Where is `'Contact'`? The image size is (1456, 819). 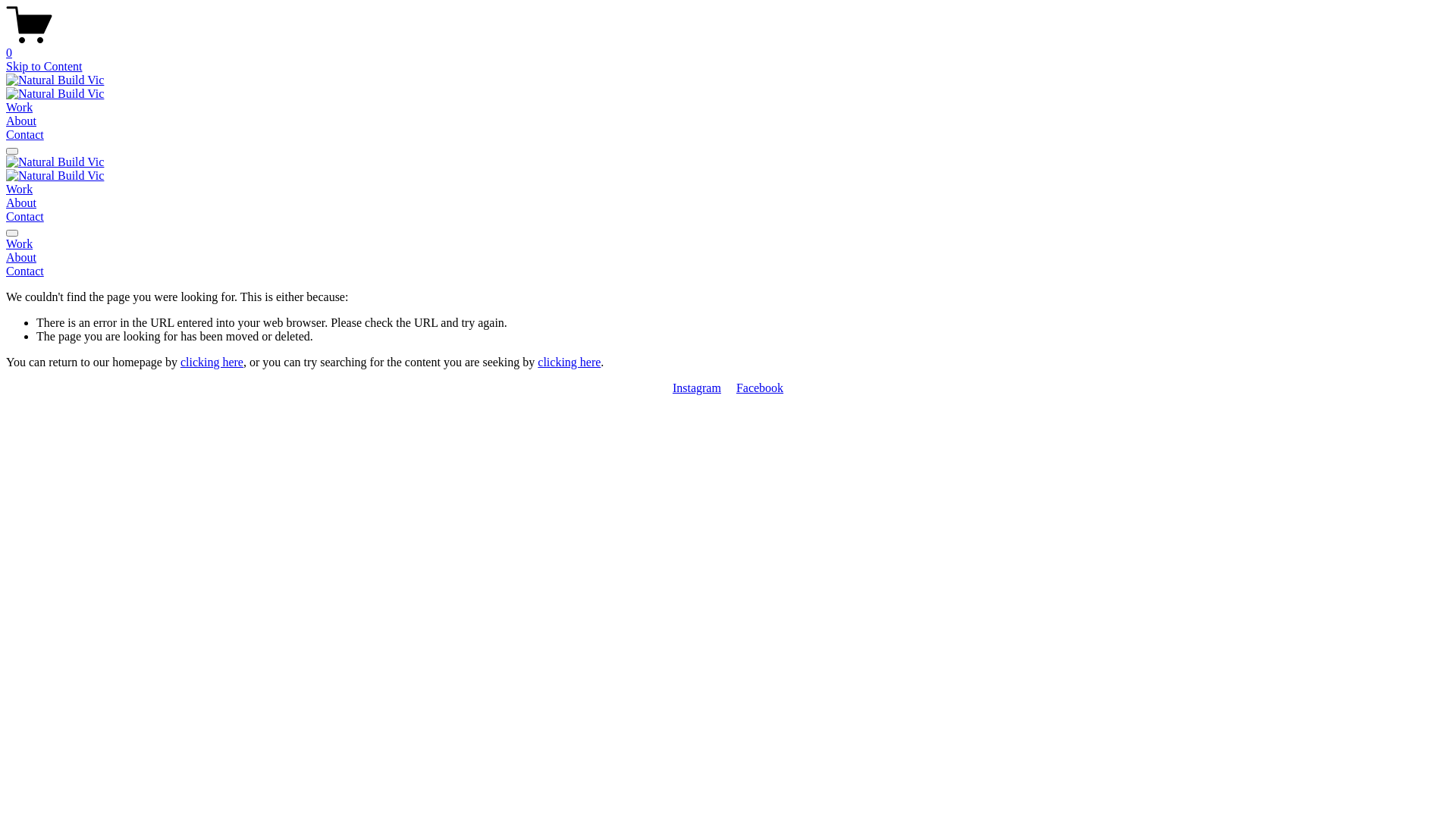
'Contact' is located at coordinates (25, 216).